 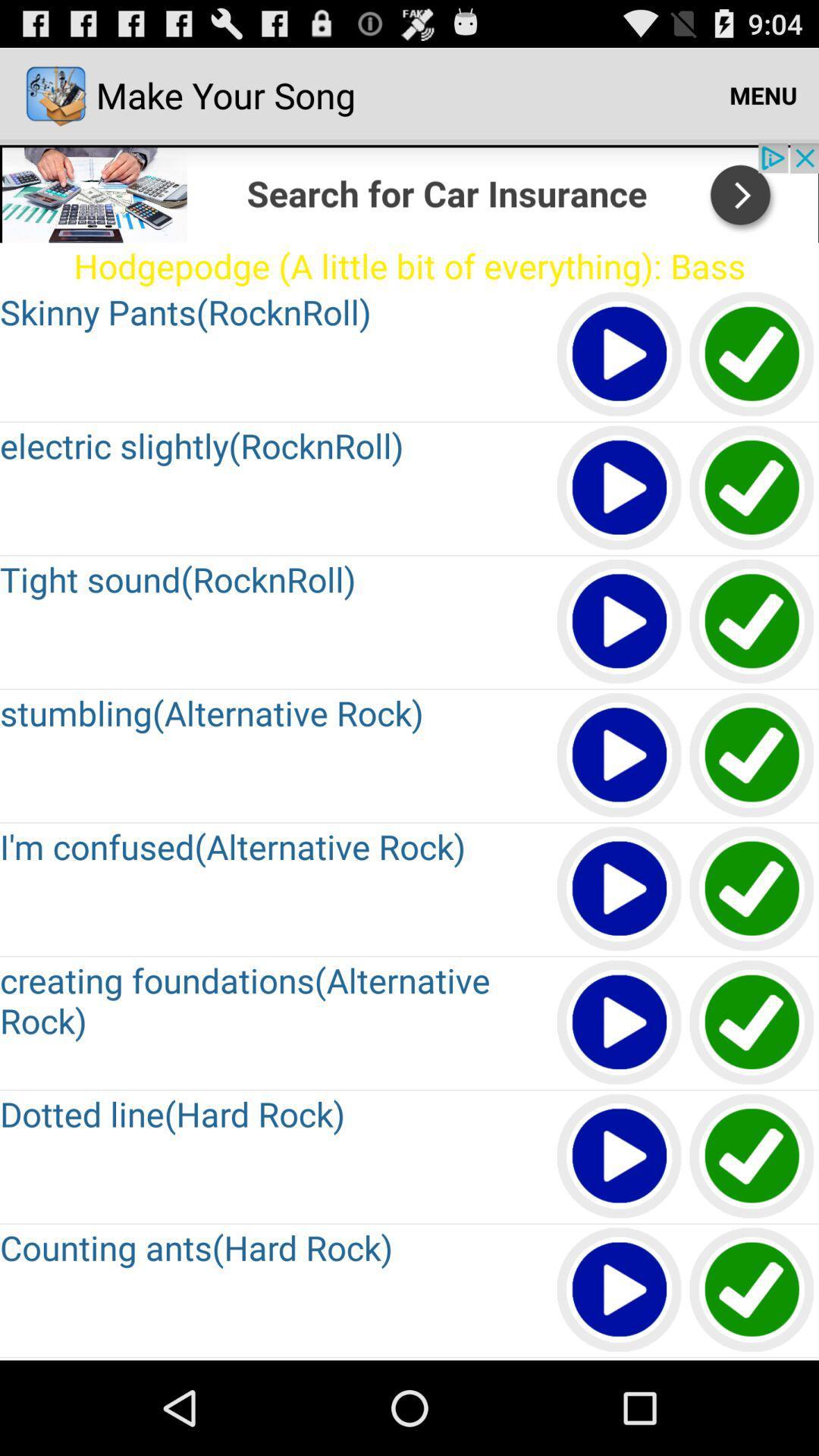 What do you see at coordinates (752, 1290) in the screenshot?
I see `this sound` at bounding box center [752, 1290].